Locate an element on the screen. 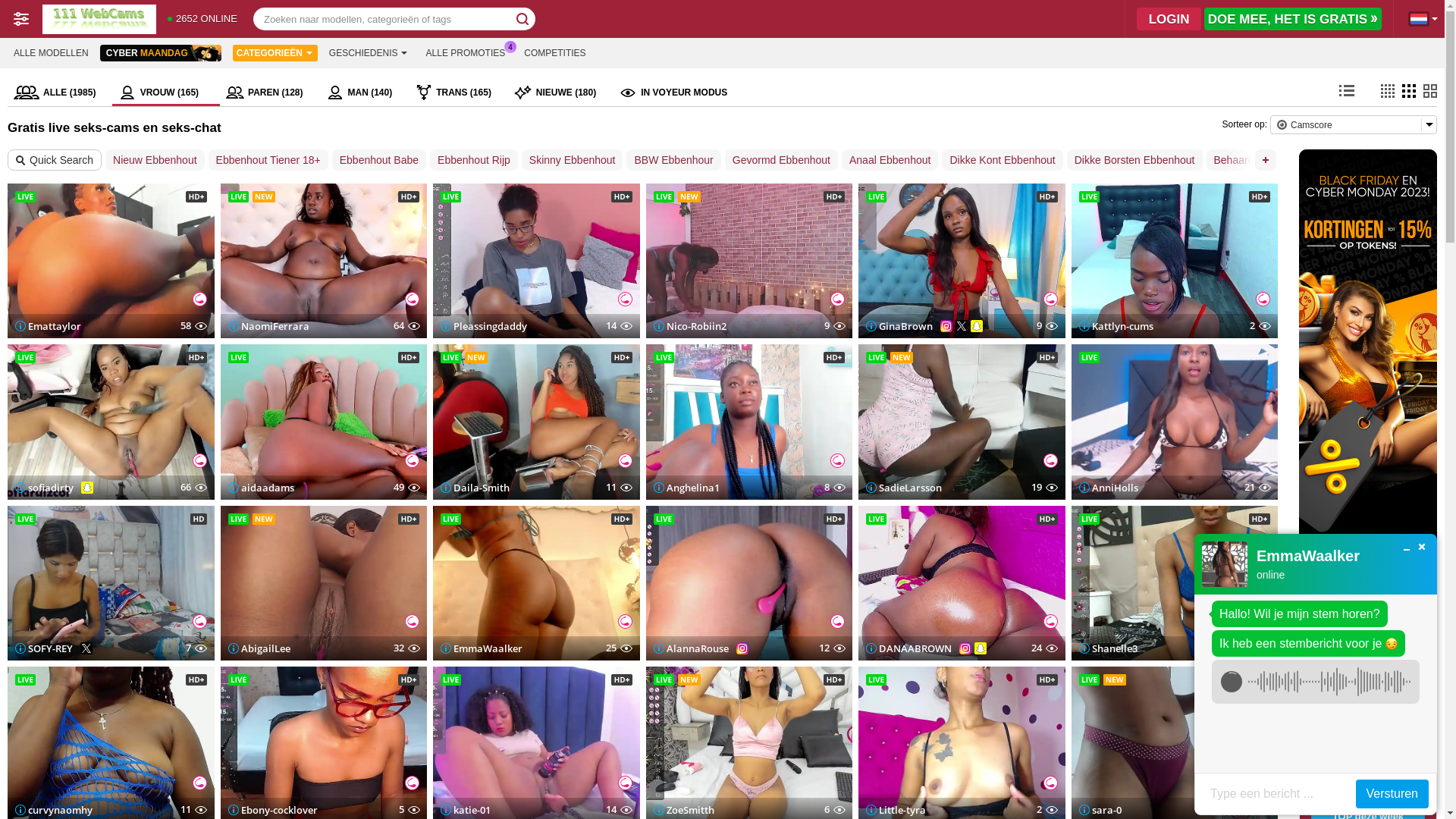 The height and width of the screenshot is (819, 1456). 'ALLE (1985)' is located at coordinates (59, 93).